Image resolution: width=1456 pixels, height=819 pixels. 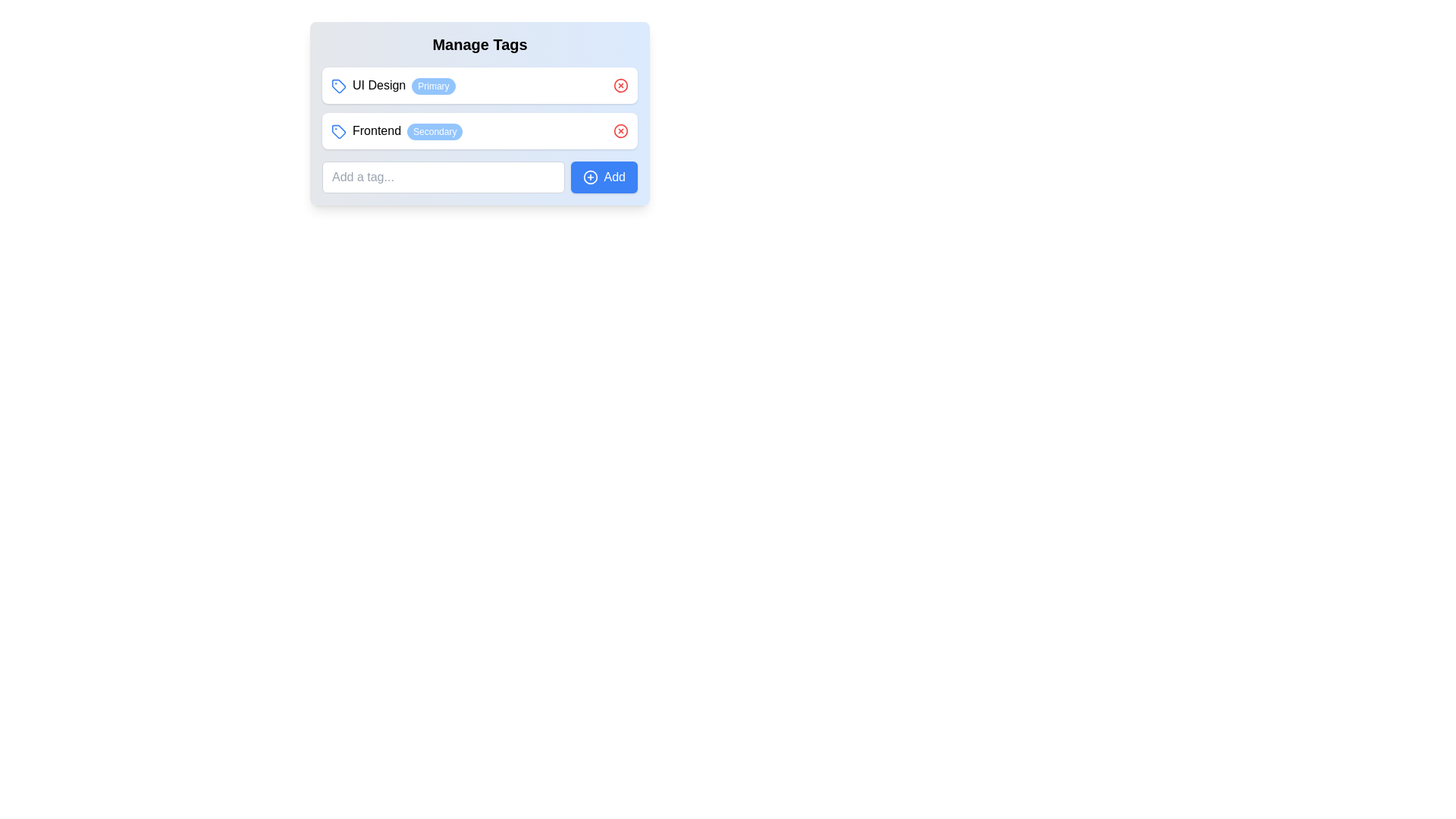 I want to click on the circular graphic element, which is part of a red icon located to the right of the 'UI Design' tag in the 'Manage Tags' component, so click(x=621, y=85).